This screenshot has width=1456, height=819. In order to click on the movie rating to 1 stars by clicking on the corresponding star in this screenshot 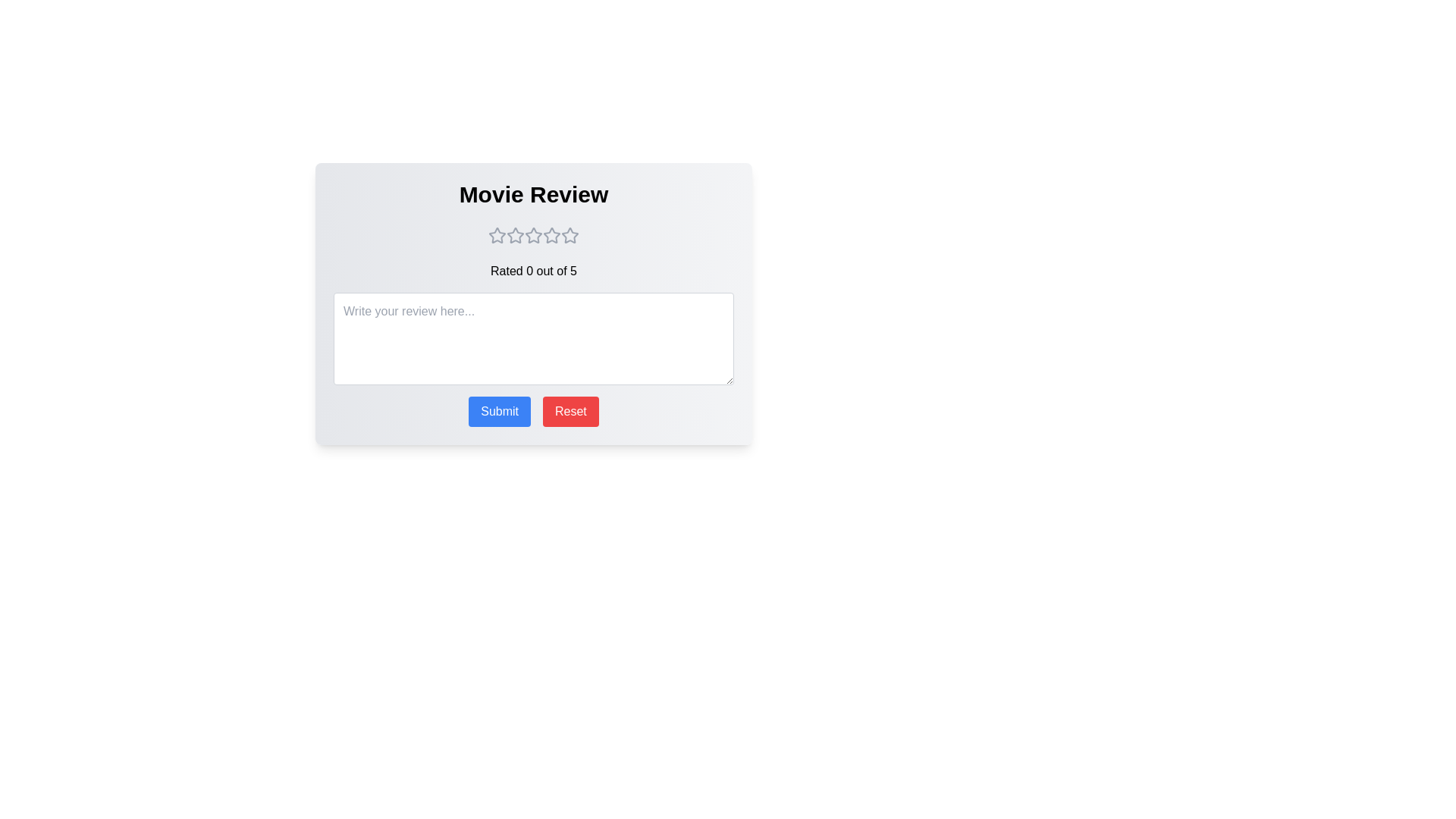, I will do `click(497, 236)`.